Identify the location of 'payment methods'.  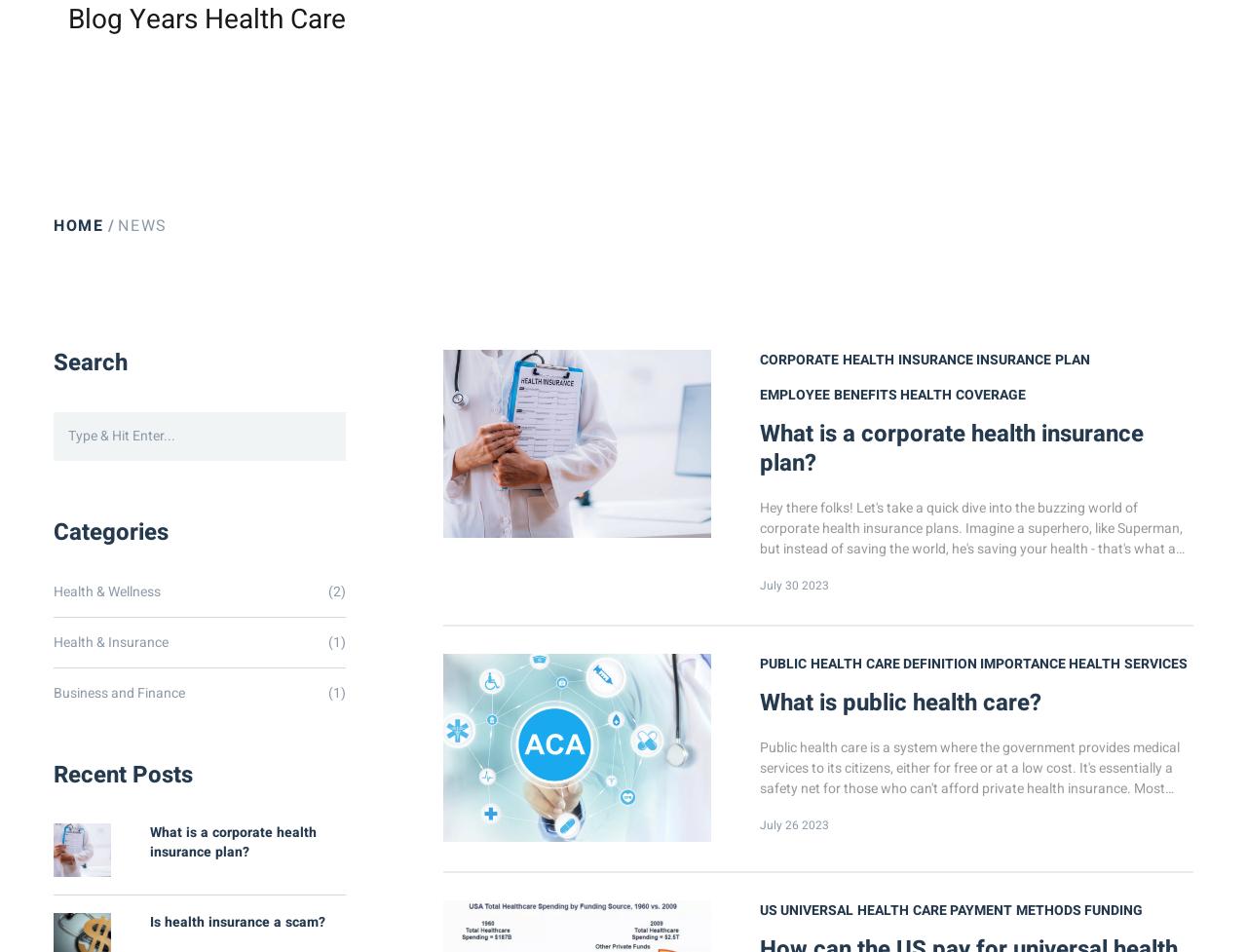
(949, 909).